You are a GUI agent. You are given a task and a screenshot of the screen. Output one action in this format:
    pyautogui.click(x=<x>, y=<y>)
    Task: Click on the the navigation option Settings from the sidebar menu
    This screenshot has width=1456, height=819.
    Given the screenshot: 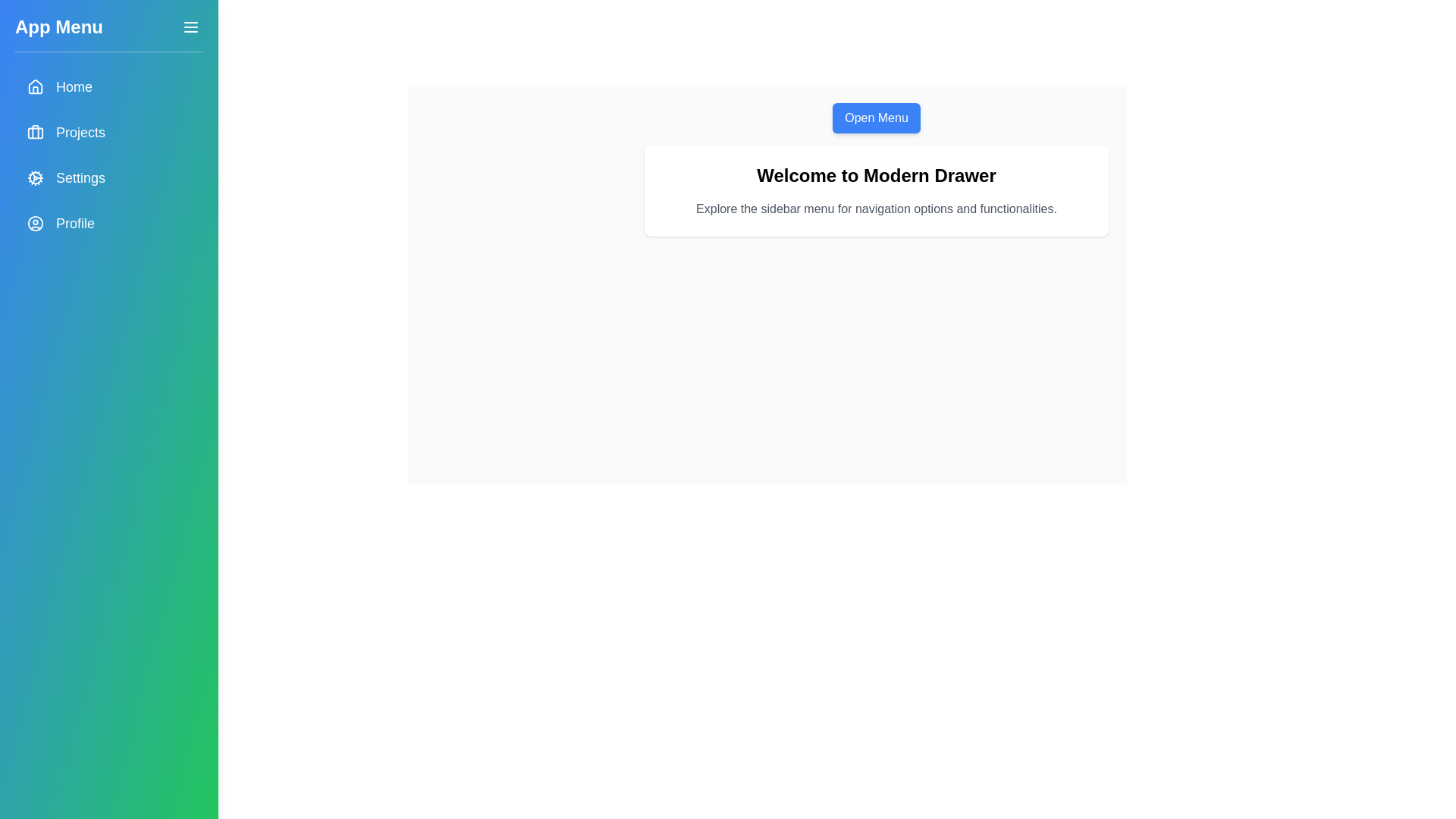 What is the action you would take?
    pyautogui.click(x=108, y=177)
    